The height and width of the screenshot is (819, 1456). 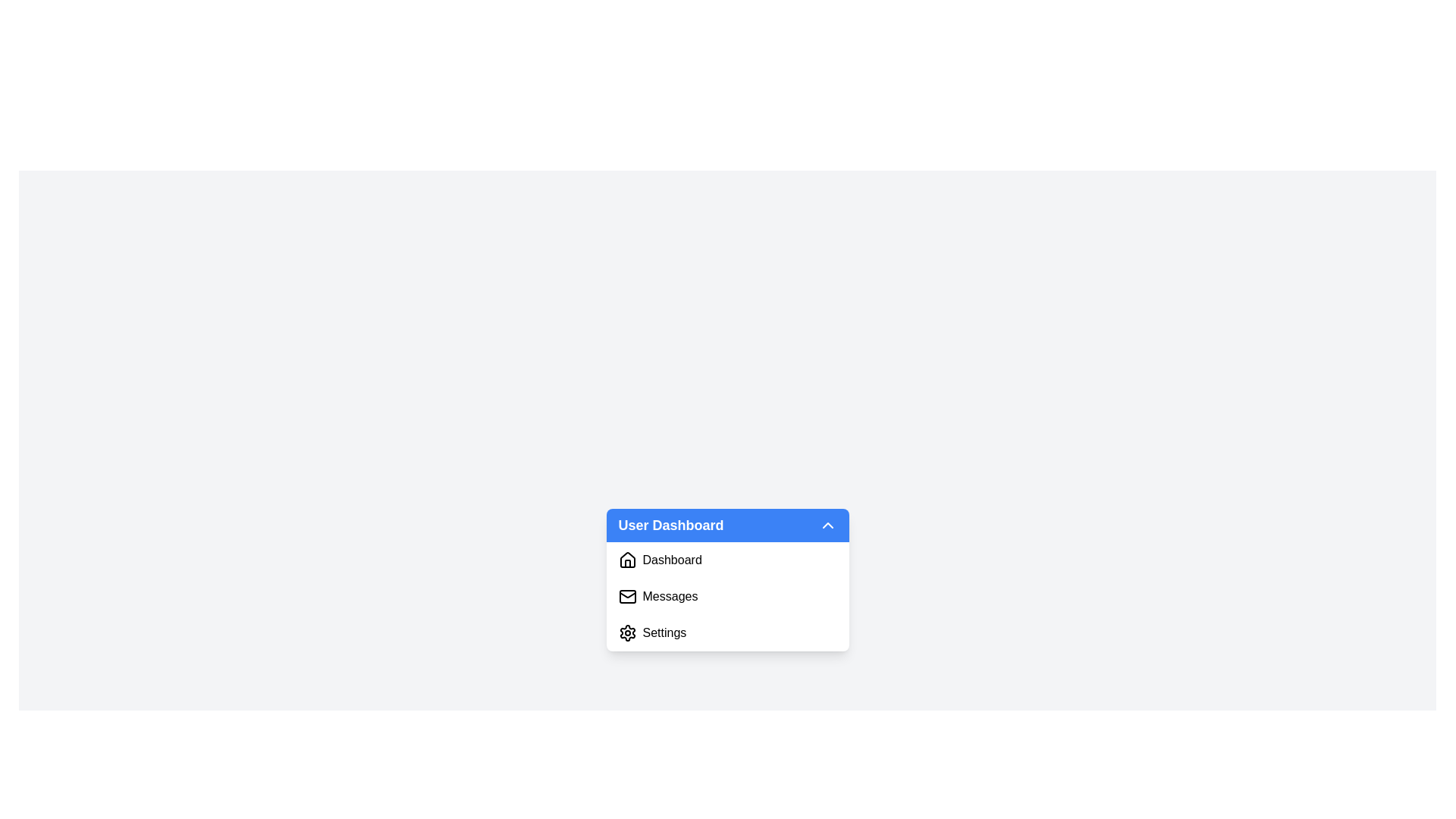 What do you see at coordinates (827, 525) in the screenshot?
I see `the small, upward-pointing chevron icon located on the blue header bar labeled 'User Dashboard'` at bounding box center [827, 525].